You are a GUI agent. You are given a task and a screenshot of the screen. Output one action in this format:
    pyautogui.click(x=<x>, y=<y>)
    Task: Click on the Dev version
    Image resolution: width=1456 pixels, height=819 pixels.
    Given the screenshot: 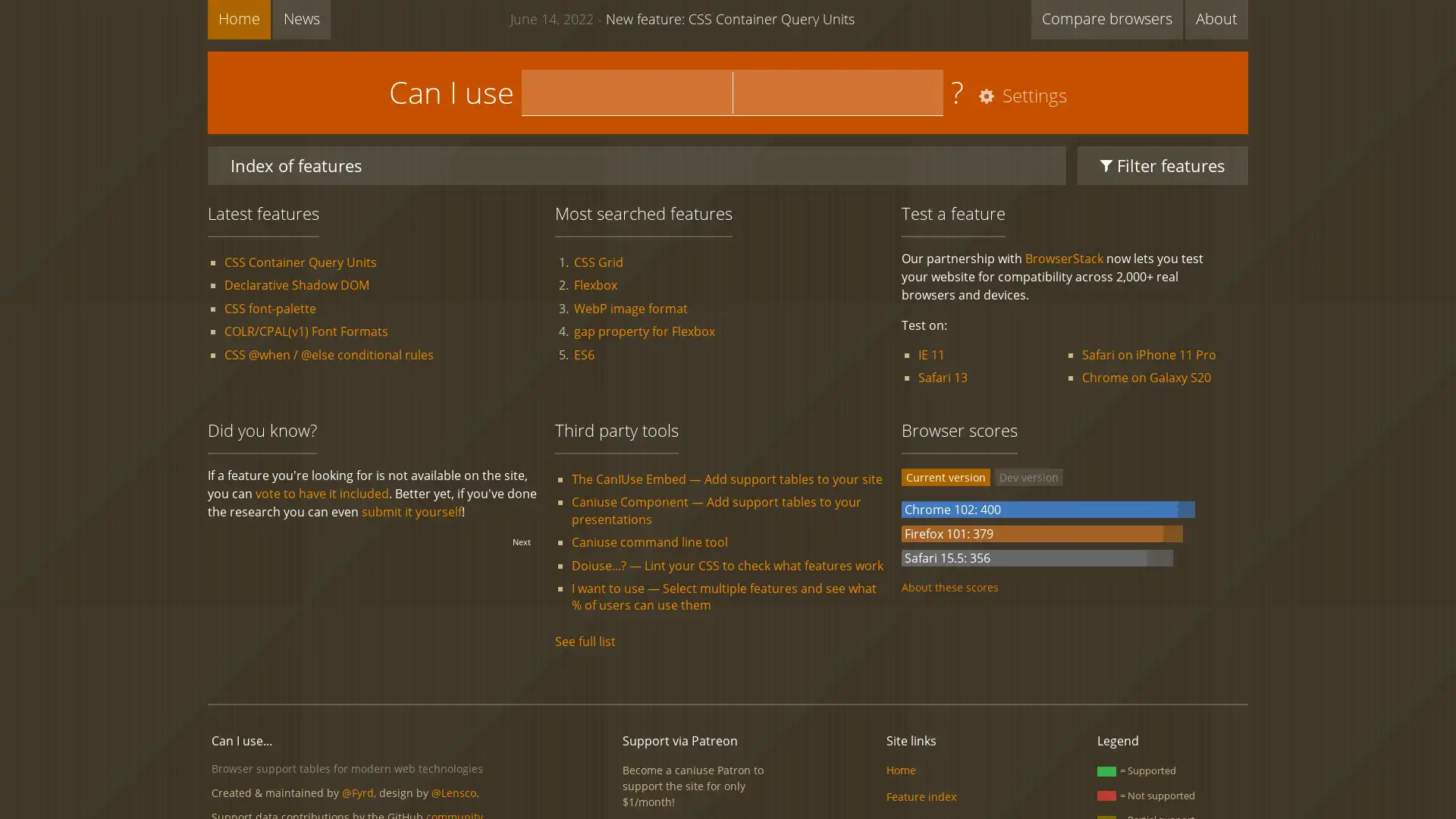 What is the action you would take?
    pyautogui.click(x=1028, y=475)
    